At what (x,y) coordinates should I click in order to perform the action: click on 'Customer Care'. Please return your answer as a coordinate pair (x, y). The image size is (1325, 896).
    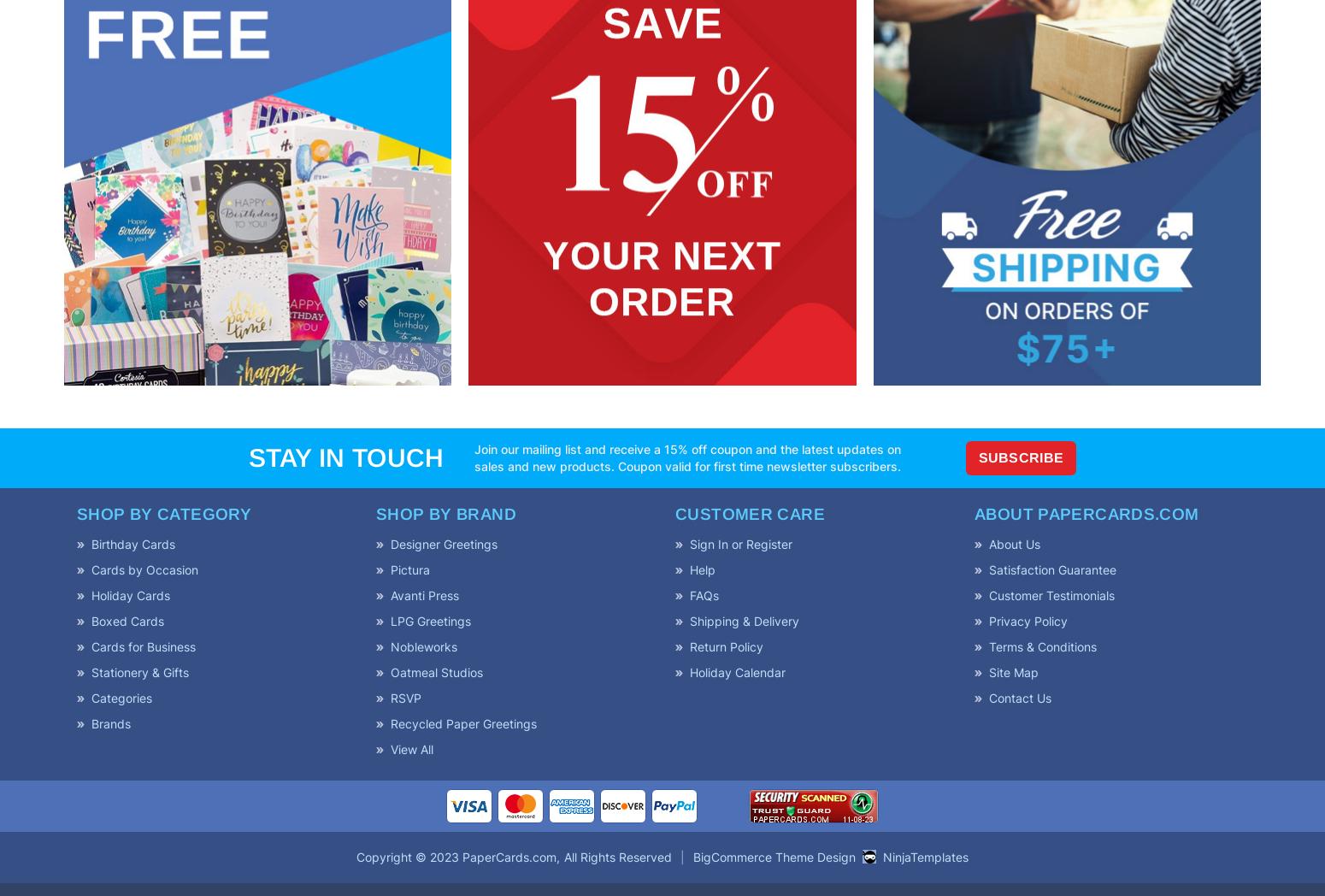
    Looking at the image, I should click on (749, 513).